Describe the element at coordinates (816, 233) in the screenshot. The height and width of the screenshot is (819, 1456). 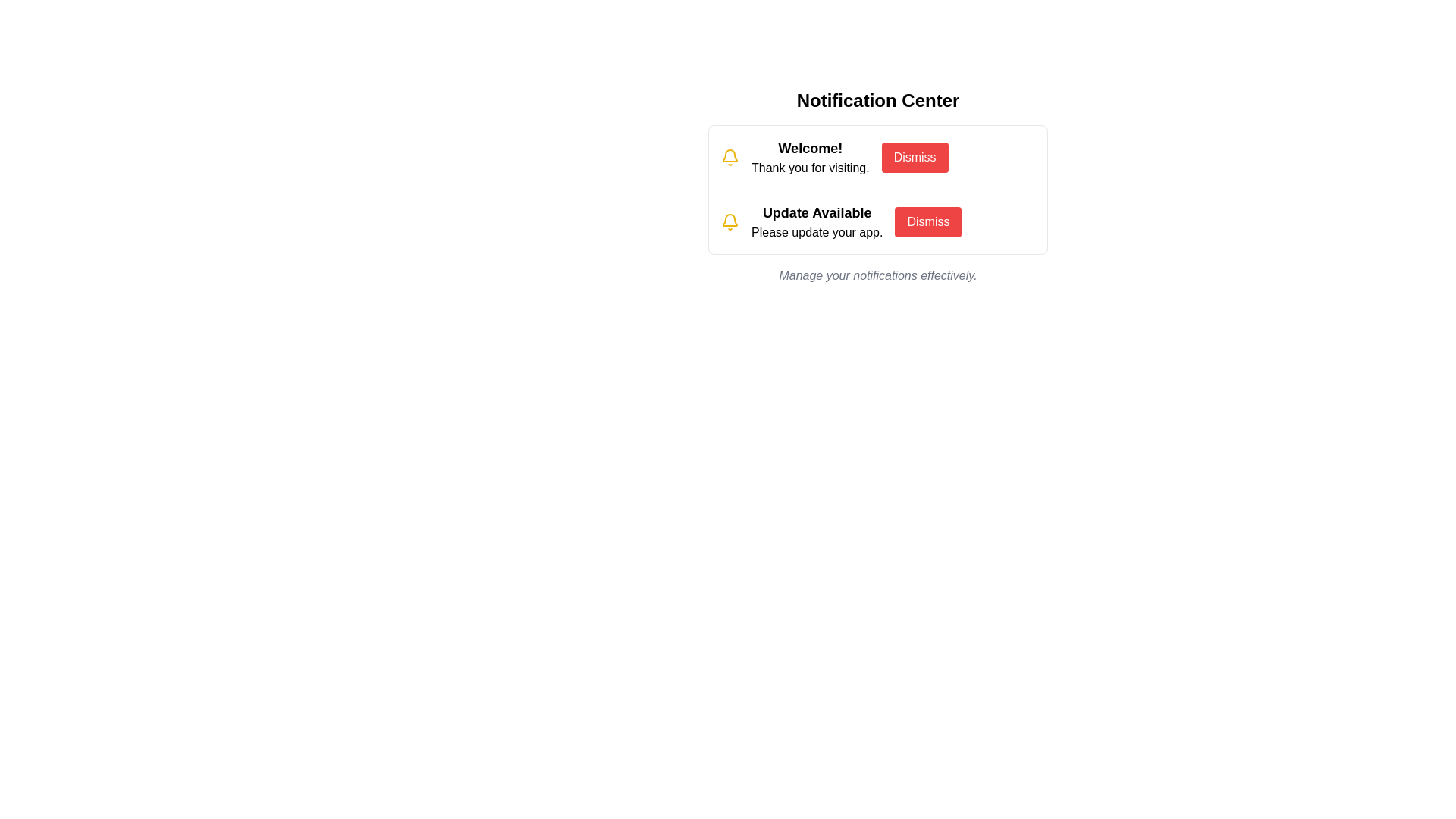
I see `the static text block that instructs the user to update their application, which is positioned beneath the 'Update Available' heading in the notification interface` at that location.